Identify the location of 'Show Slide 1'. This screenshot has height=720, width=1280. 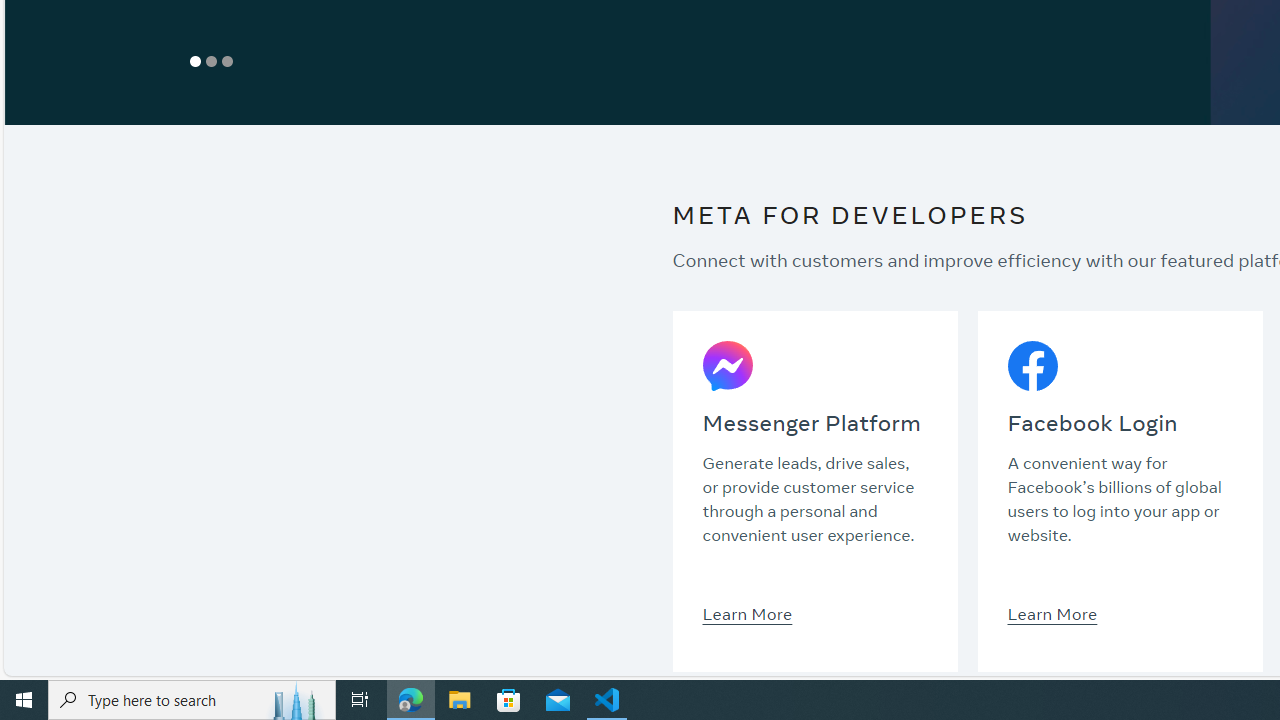
(195, 60).